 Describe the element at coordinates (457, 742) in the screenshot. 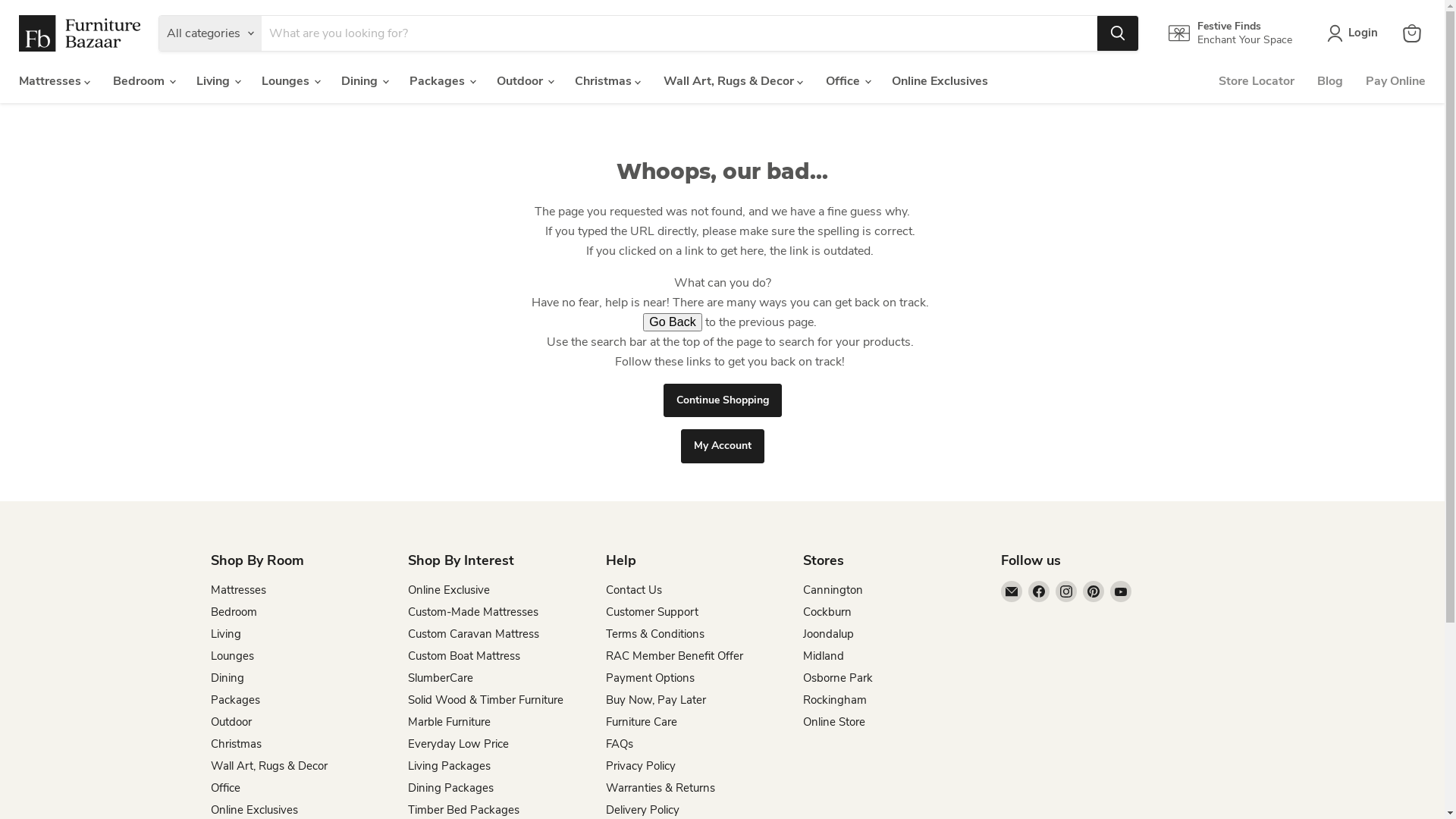

I see `'Everyday Low Price'` at that location.